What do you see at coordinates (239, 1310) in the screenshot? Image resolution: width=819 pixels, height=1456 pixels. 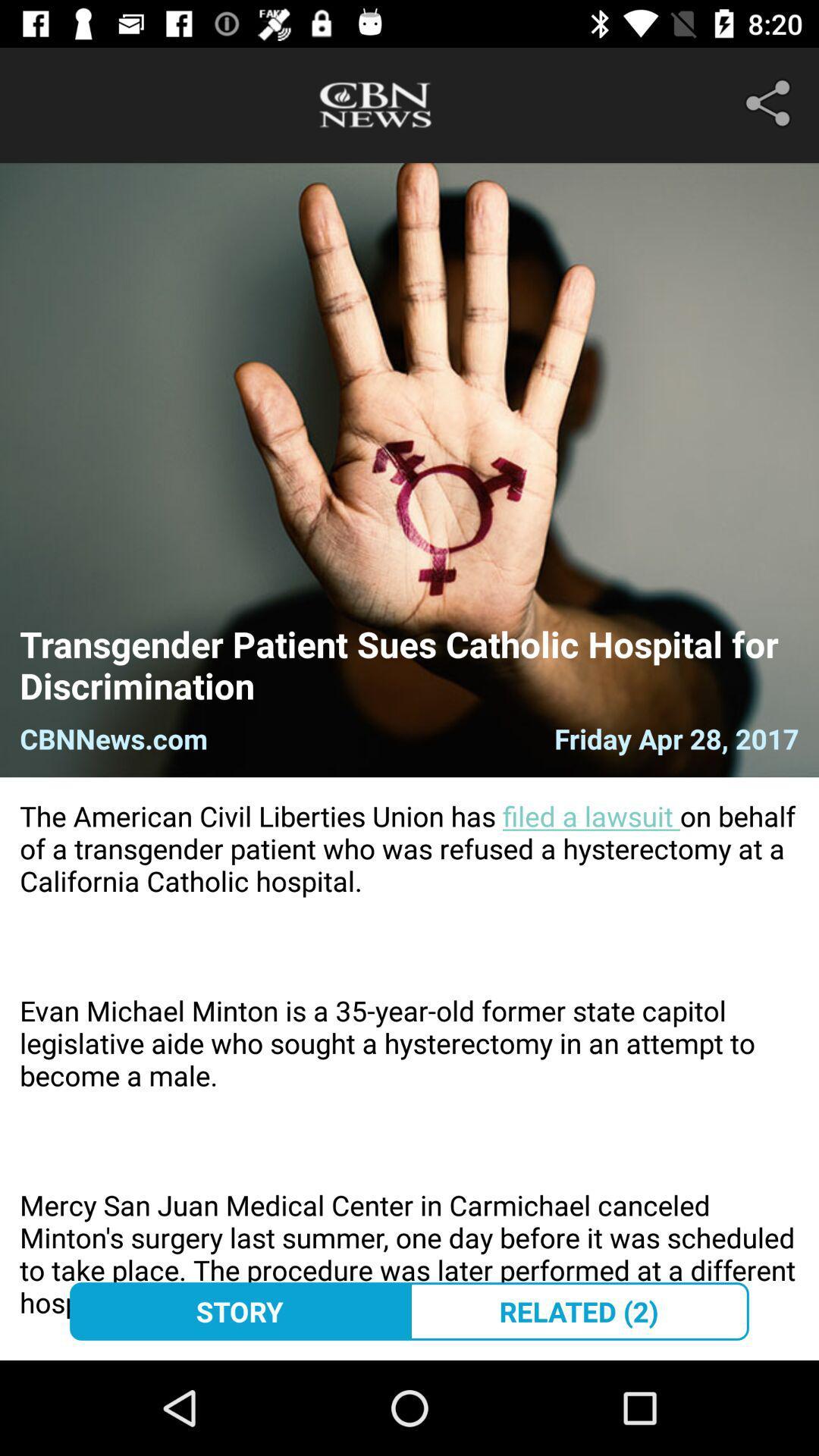 I see `item at the bottom left corner` at bounding box center [239, 1310].